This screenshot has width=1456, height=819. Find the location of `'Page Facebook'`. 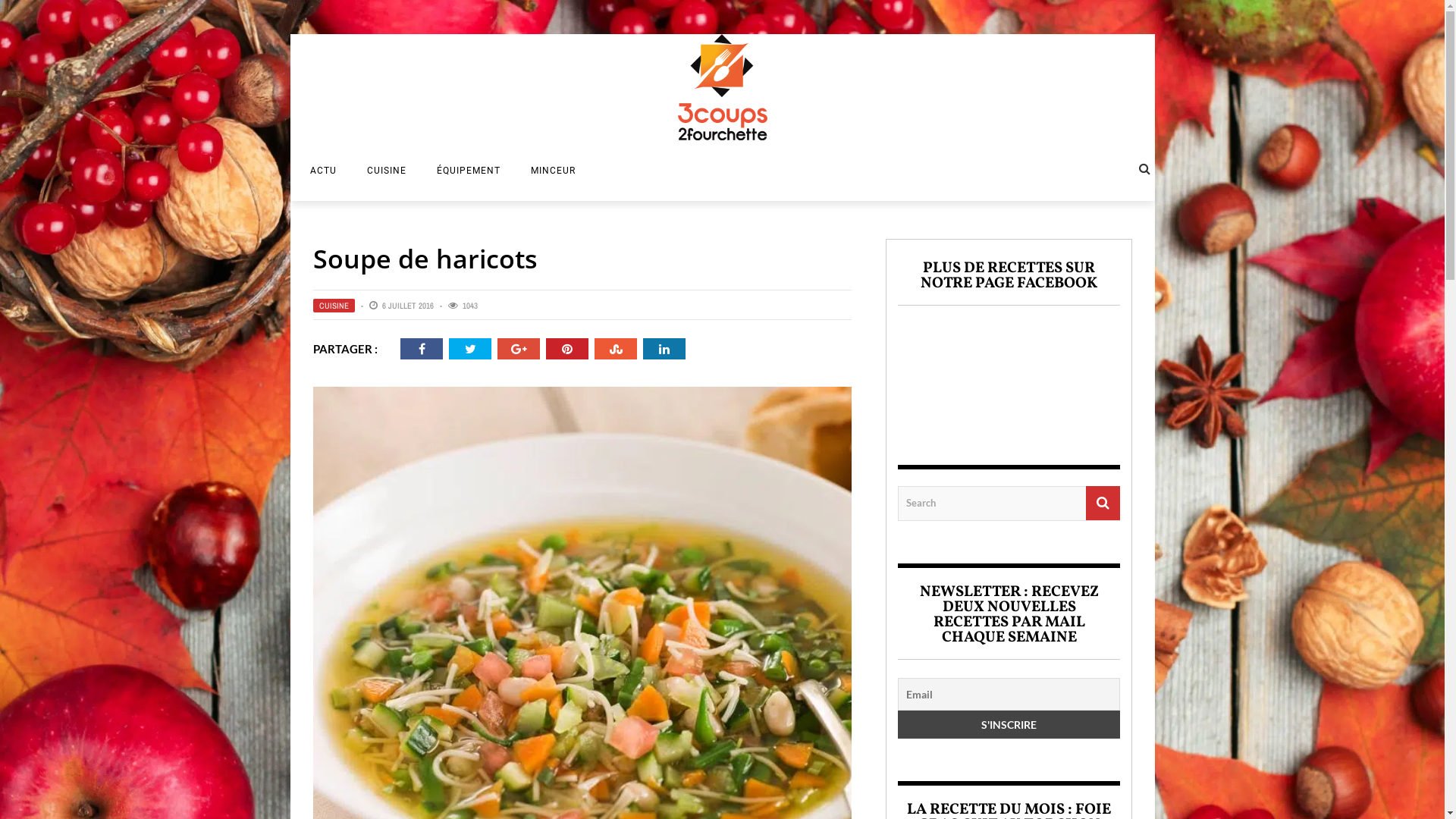

'Page Facebook' is located at coordinates (1009, 373).